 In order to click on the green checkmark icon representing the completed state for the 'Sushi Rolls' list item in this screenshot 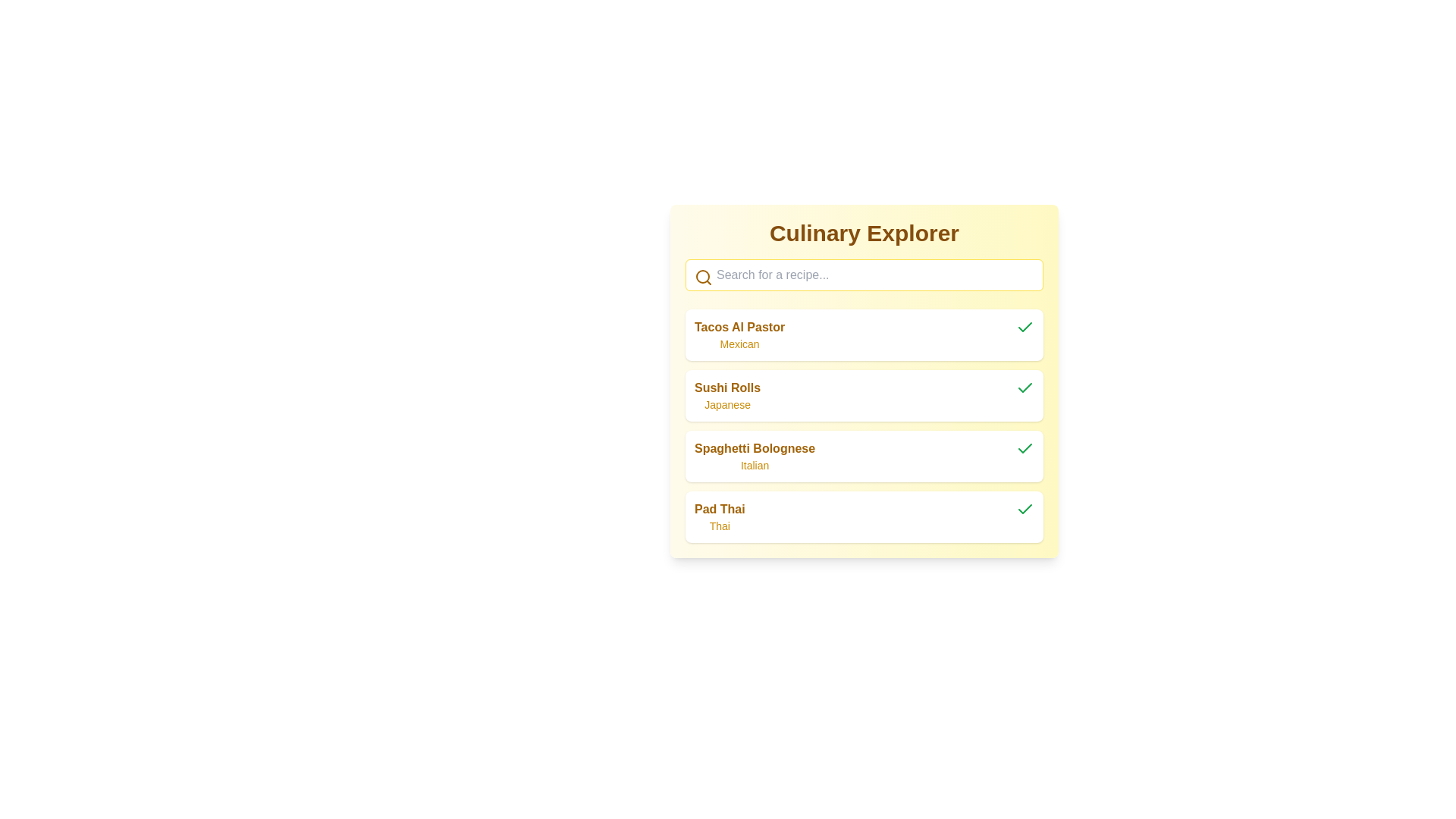, I will do `click(1025, 387)`.